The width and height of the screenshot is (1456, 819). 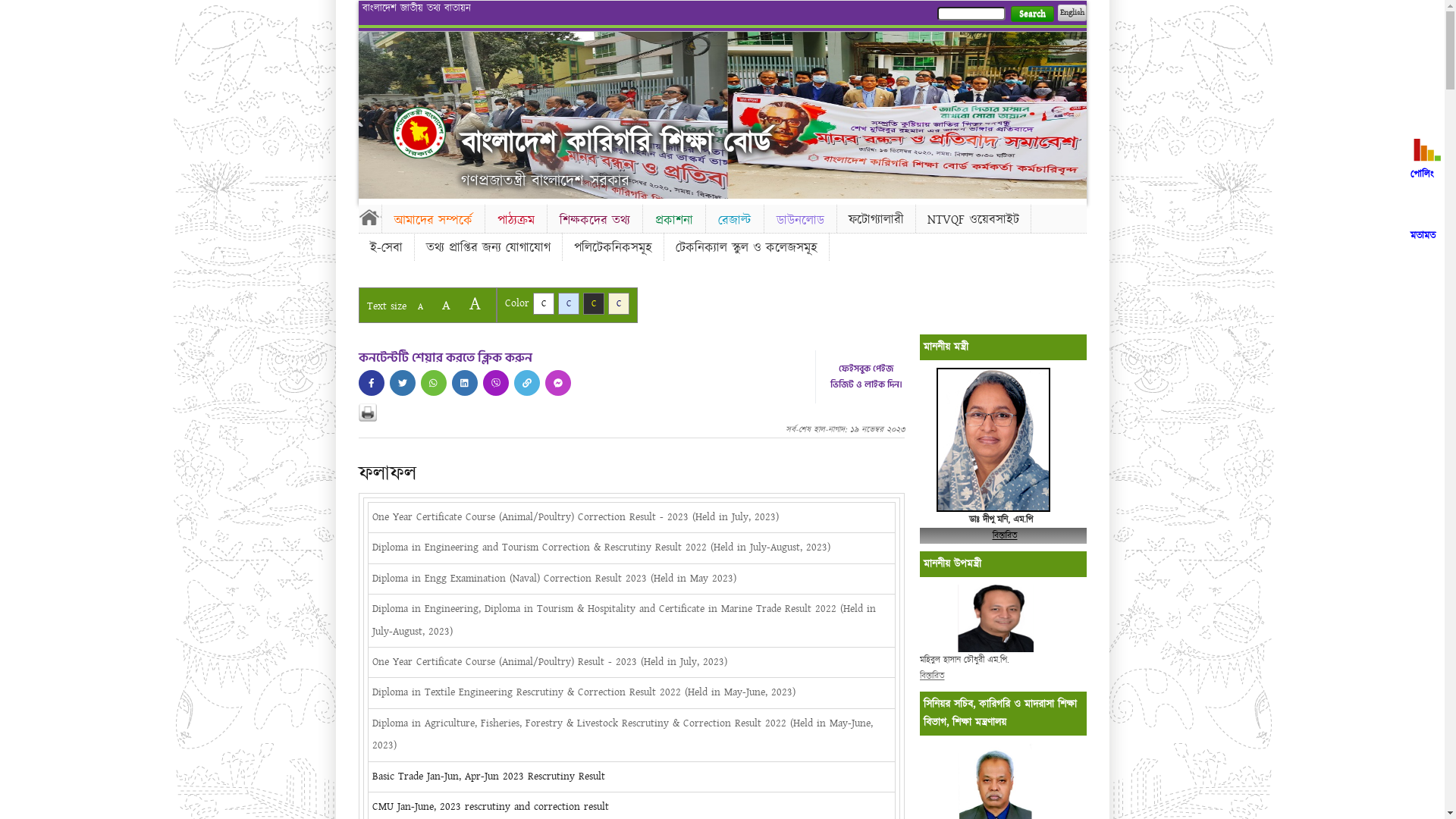 I want to click on 'Basic Trade Jan-Jun, Apr-Jun 2023 Rescrutiny Result', so click(x=371, y=776).